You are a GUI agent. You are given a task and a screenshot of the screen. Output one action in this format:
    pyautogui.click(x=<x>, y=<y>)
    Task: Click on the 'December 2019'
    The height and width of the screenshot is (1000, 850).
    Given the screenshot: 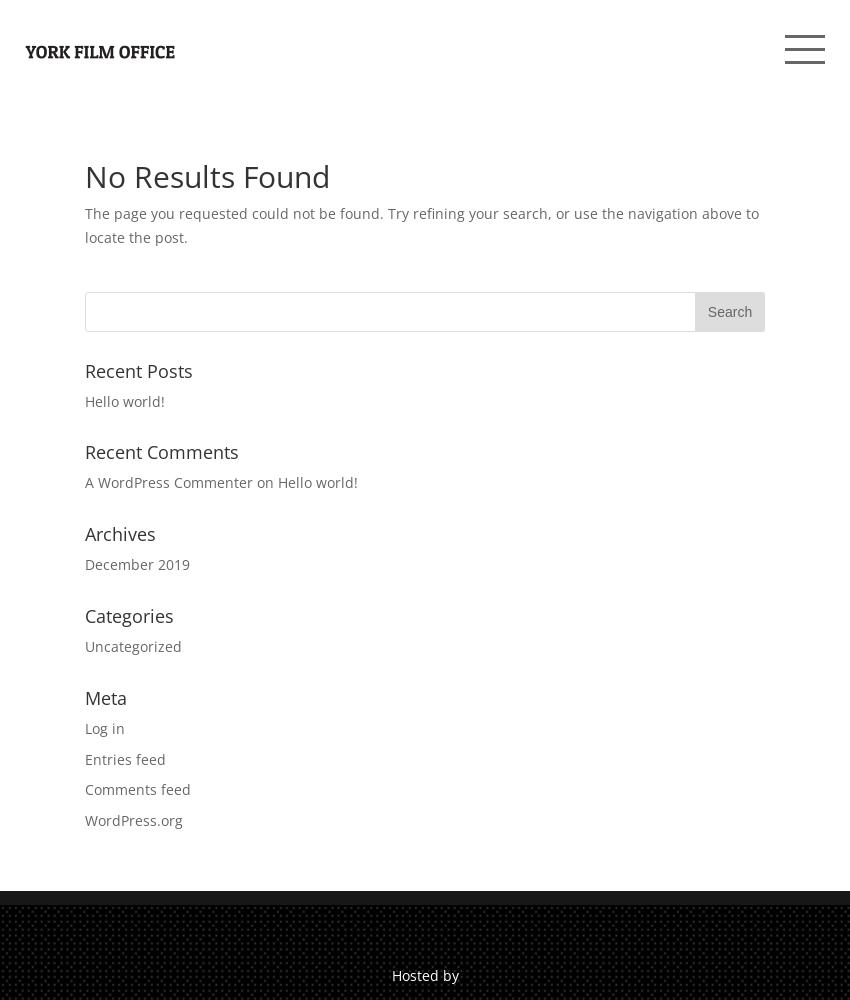 What is the action you would take?
    pyautogui.click(x=137, y=563)
    